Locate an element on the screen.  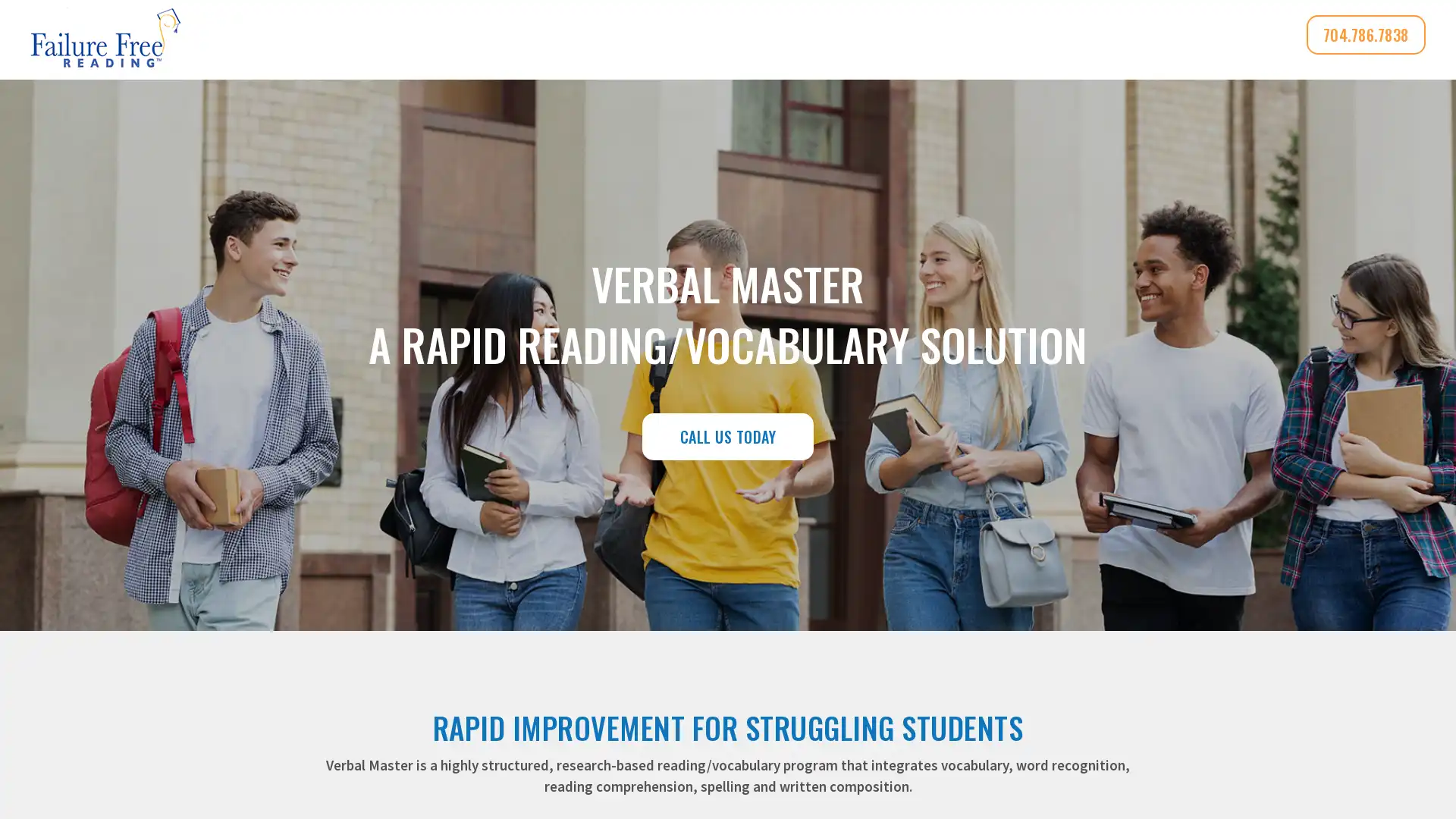
CALL US TODAY is located at coordinates (726, 435).